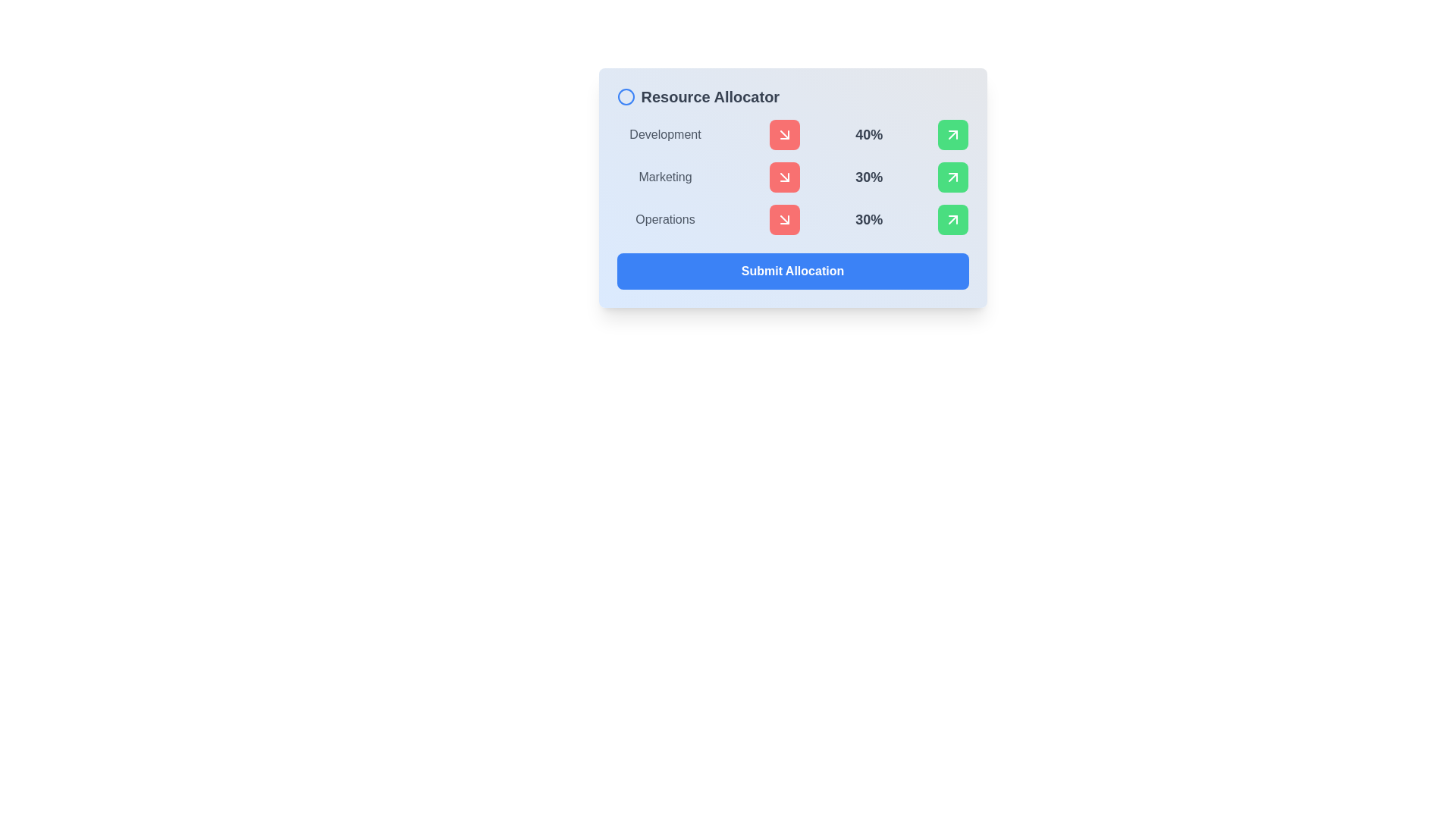 The width and height of the screenshot is (1456, 819). What do you see at coordinates (952, 177) in the screenshot?
I see `the green arrow button in the 'Marketing' row of the 'Resource Allocator' section` at bounding box center [952, 177].